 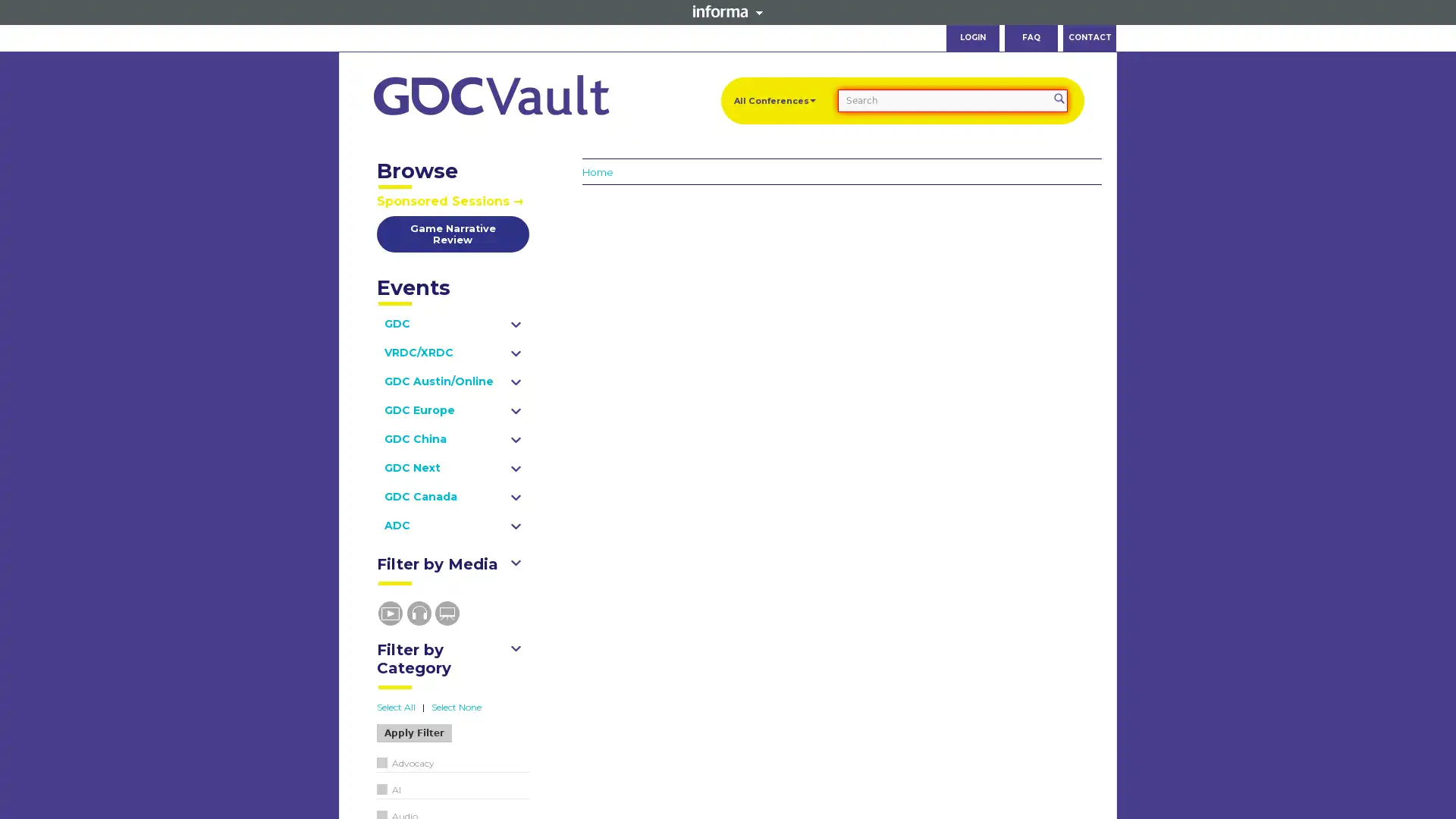 I want to click on Informa, so click(x=728, y=11).